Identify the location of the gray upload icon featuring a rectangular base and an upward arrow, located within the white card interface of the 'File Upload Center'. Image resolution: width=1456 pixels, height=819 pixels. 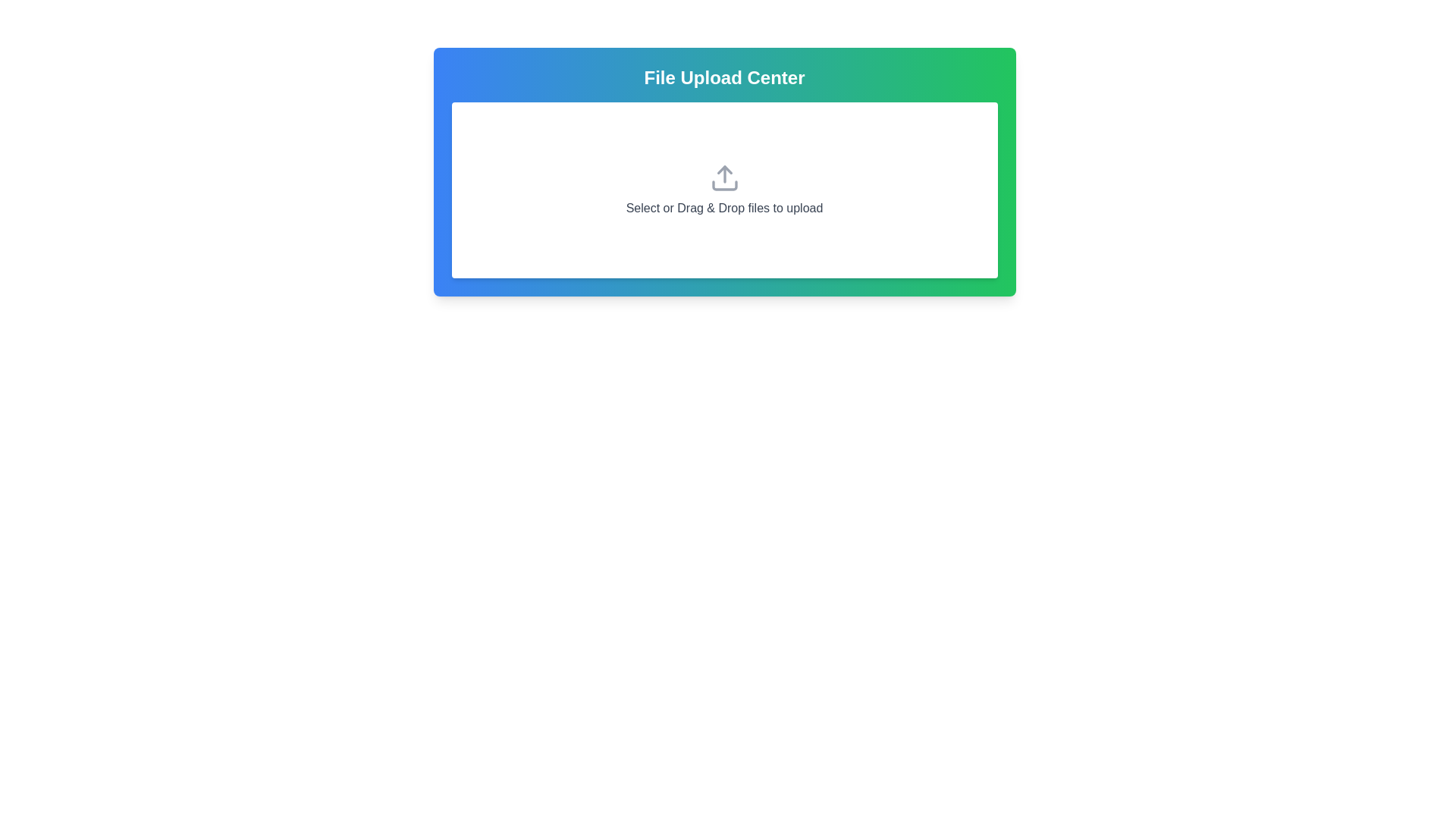
(723, 177).